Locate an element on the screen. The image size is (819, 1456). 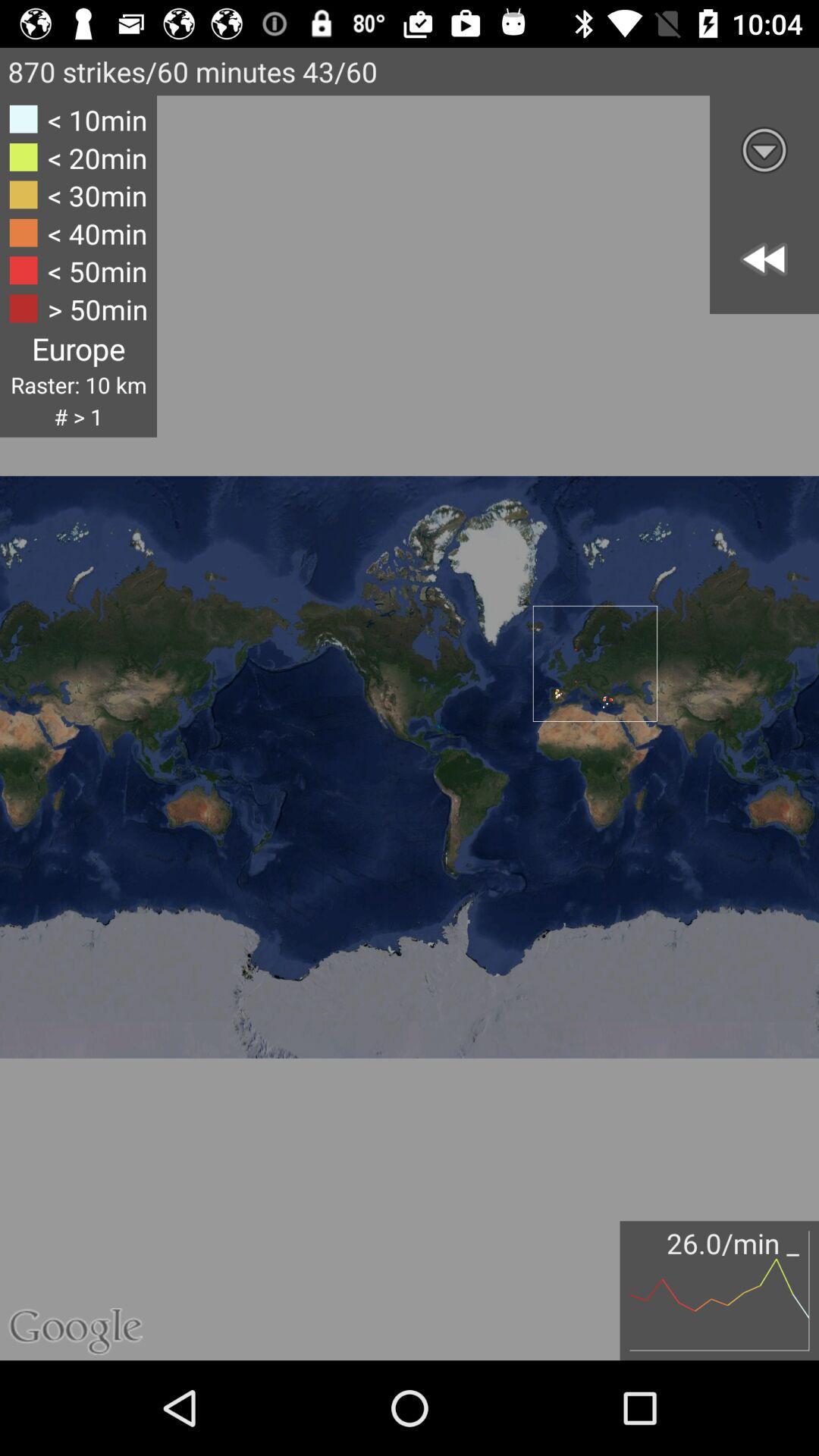
item at the bottom left corner is located at coordinates (89, 1270).